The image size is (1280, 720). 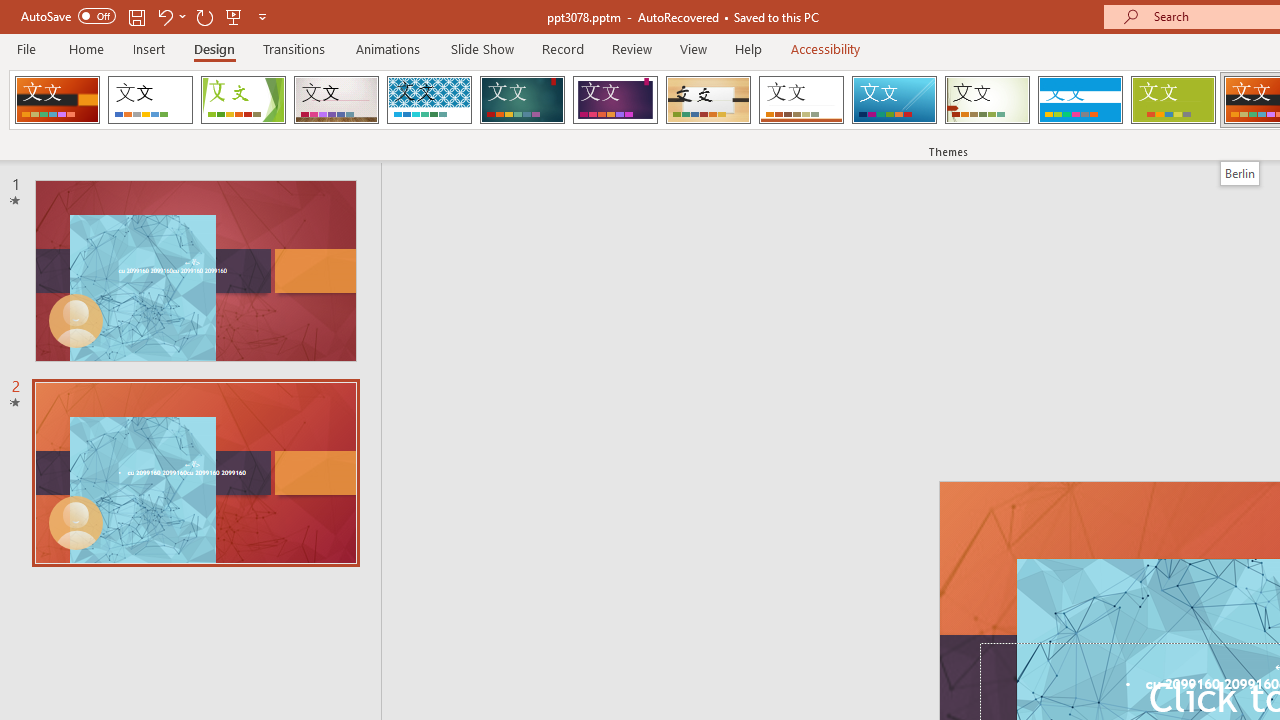 I want to click on 'Facet', so click(x=242, y=100).